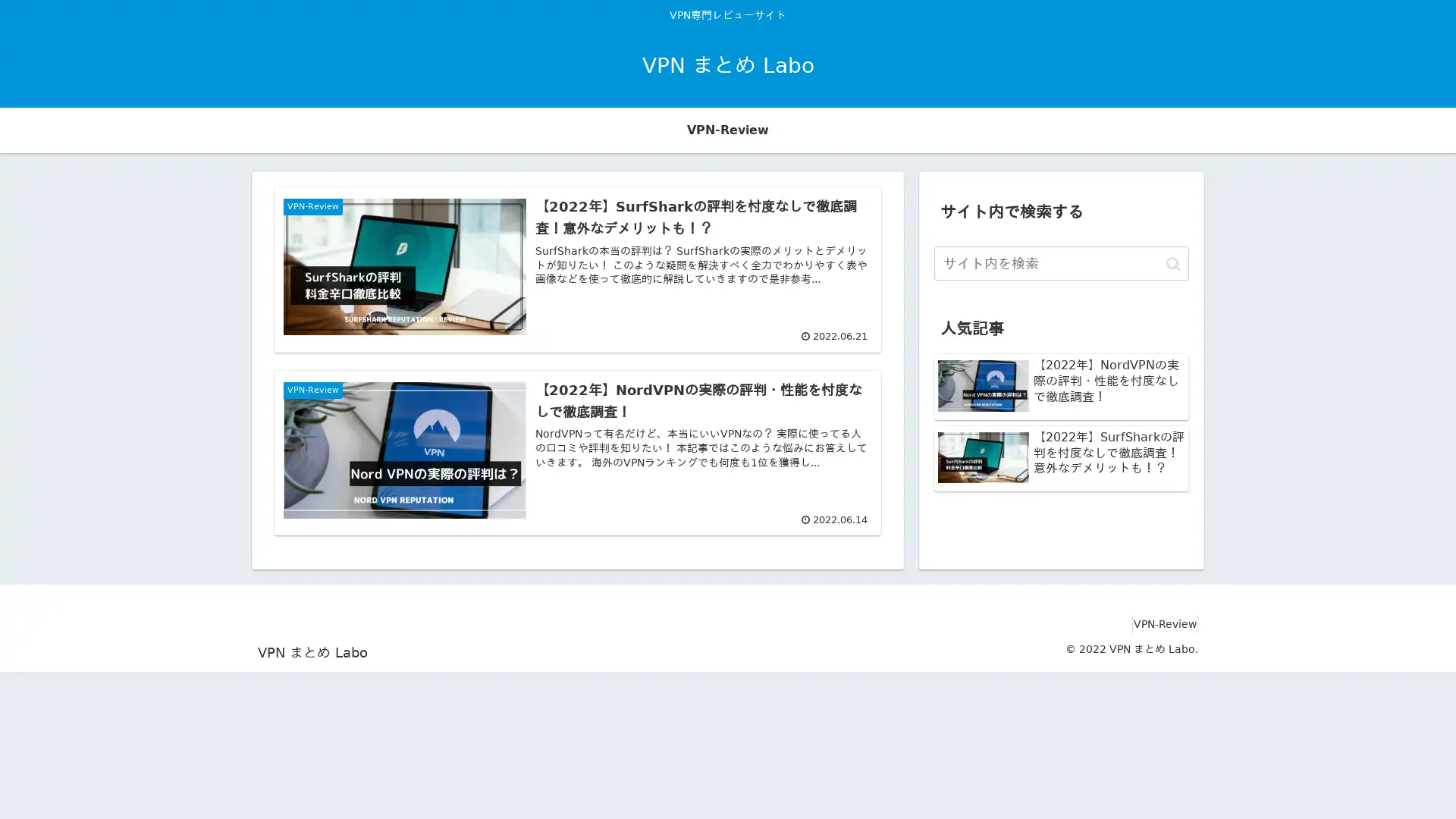 The height and width of the screenshot is (819, 1456). What do you see at coordinates (1172, 262) in the screenshot?
I see `button` at bounding box center [1172, 262].